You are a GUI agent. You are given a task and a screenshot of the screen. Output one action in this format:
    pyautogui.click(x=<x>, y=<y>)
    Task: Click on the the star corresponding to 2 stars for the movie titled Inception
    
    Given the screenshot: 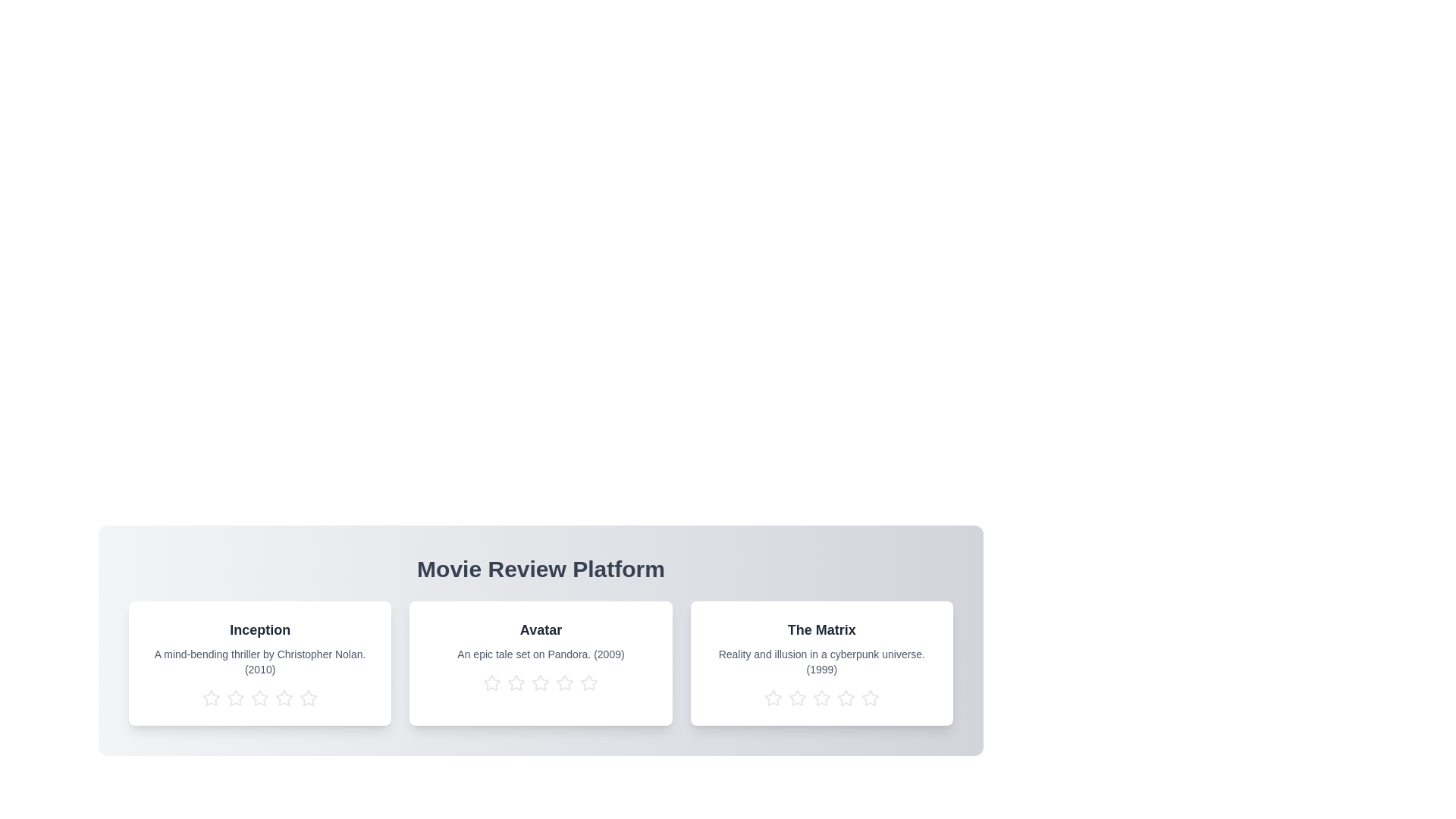 What is the action you would take?
    pyautogui.click(x=235, y=698)
    